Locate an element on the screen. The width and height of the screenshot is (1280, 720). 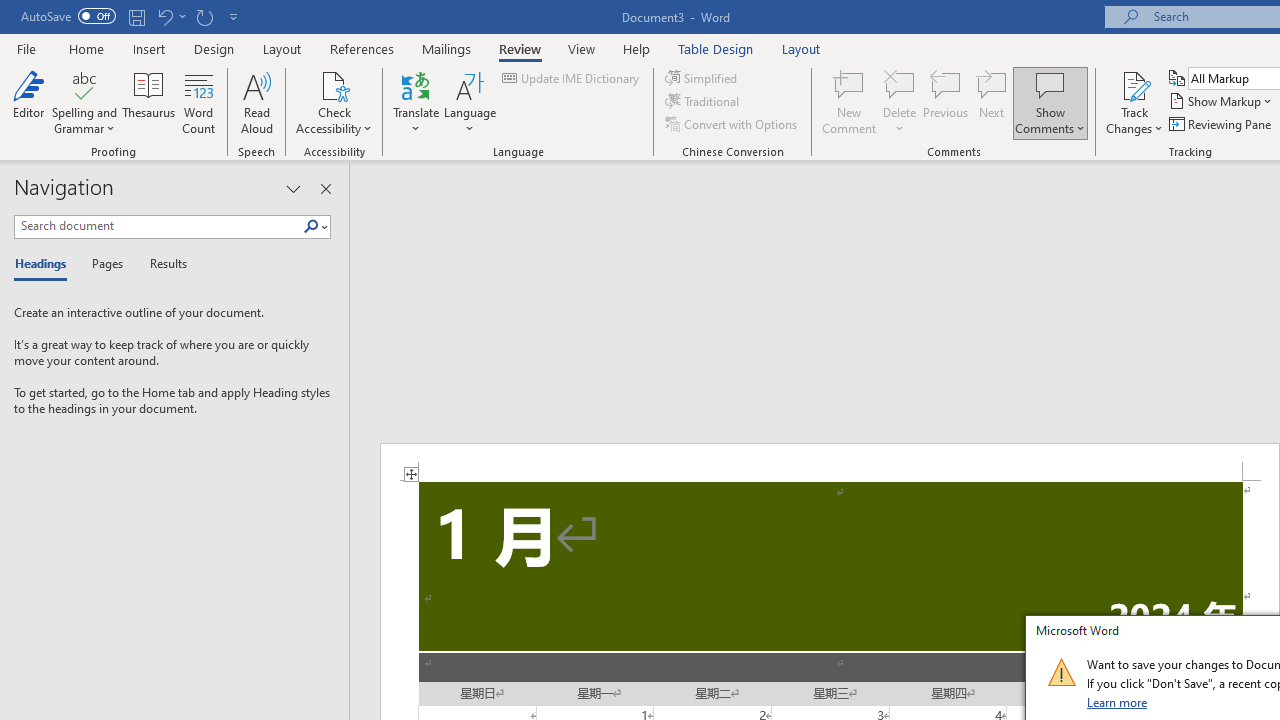
'Check Accessibility' is located at coordinates (334, 84).